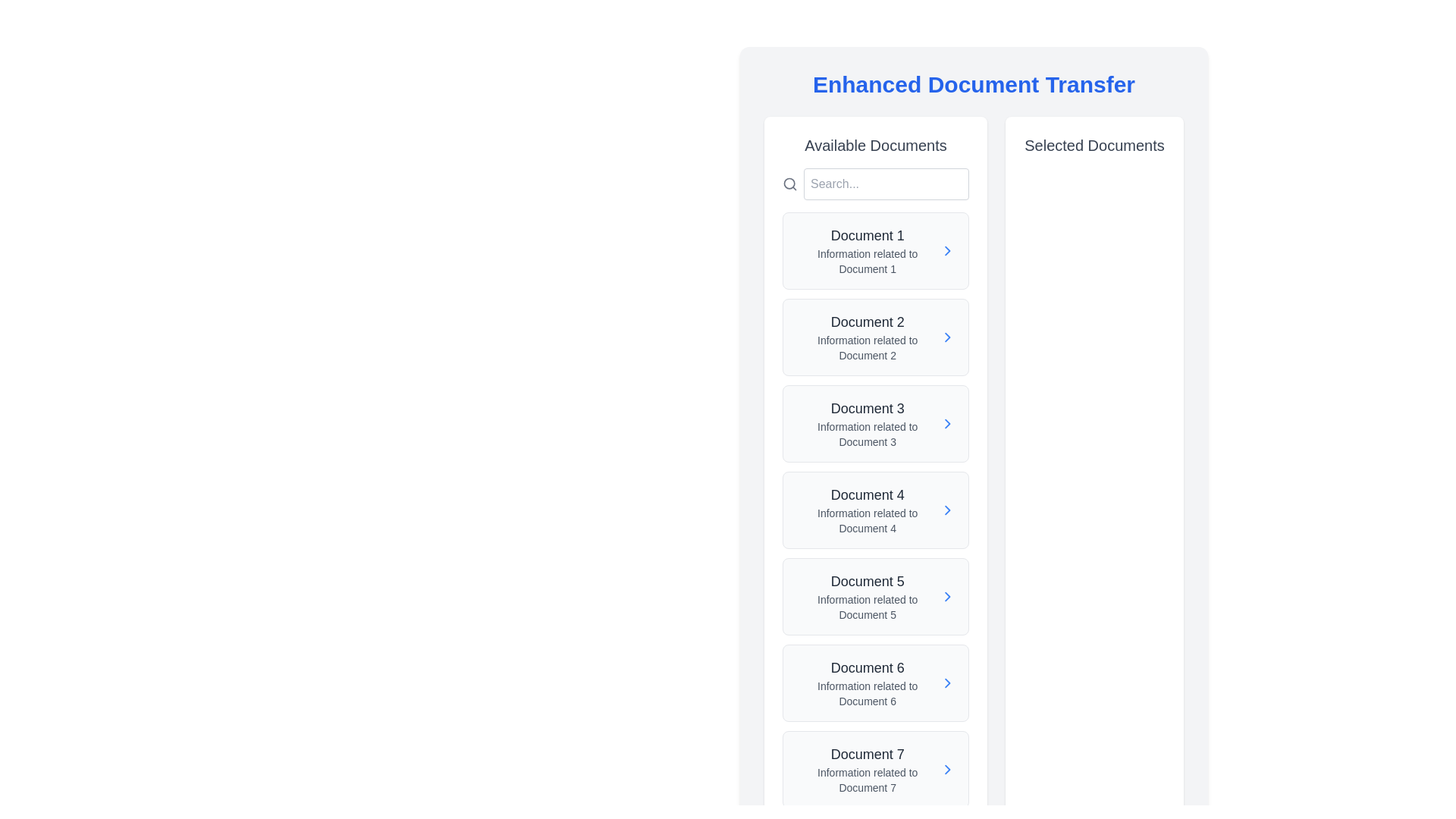 The image size is (1456, 819). I want to click on the List Item representing 'Document 3' located under 'Available Documents' on the left side of the interface, so click(876, 424).